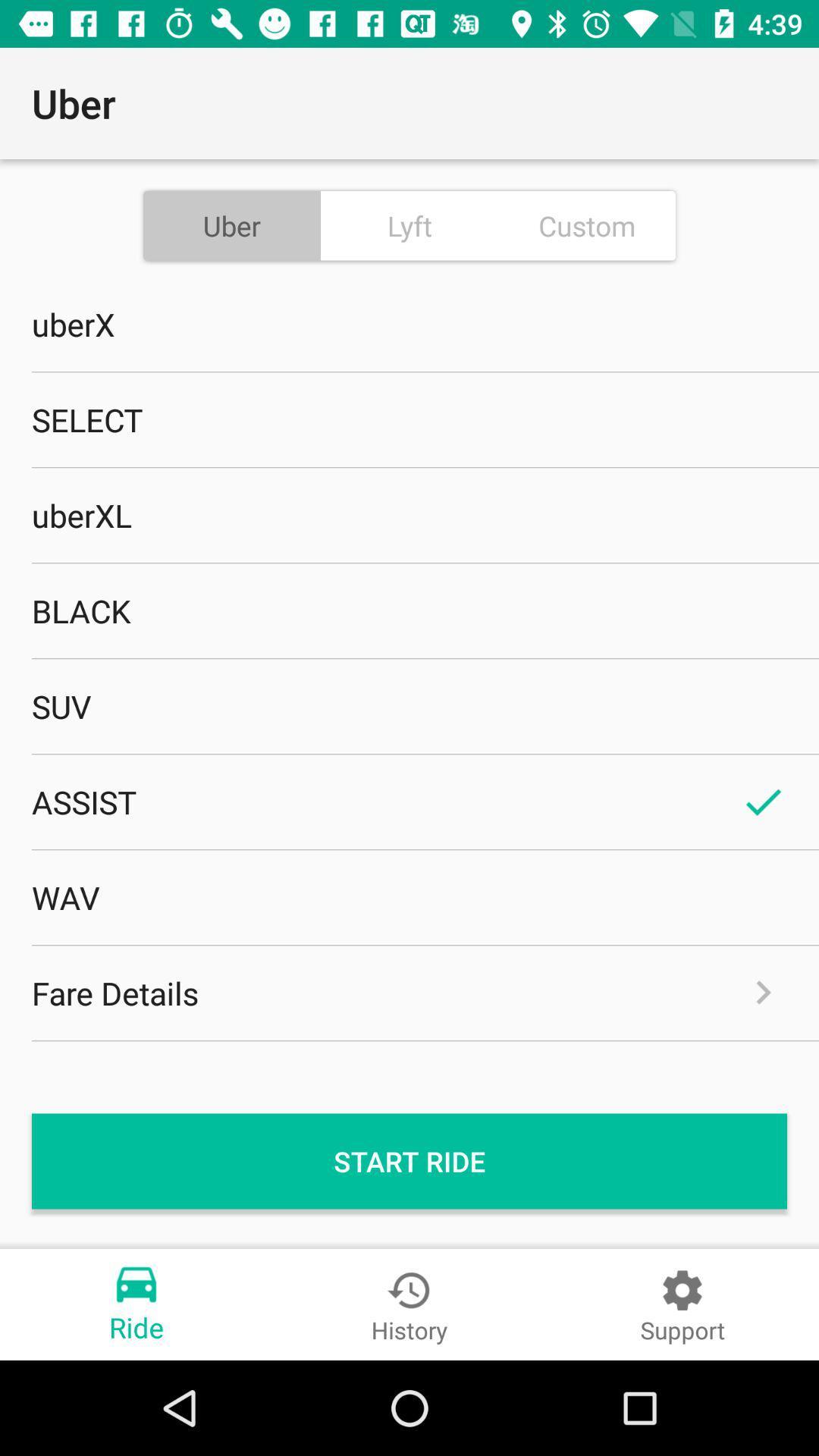  I want to click on icon next to lyft, so click(586, 224).